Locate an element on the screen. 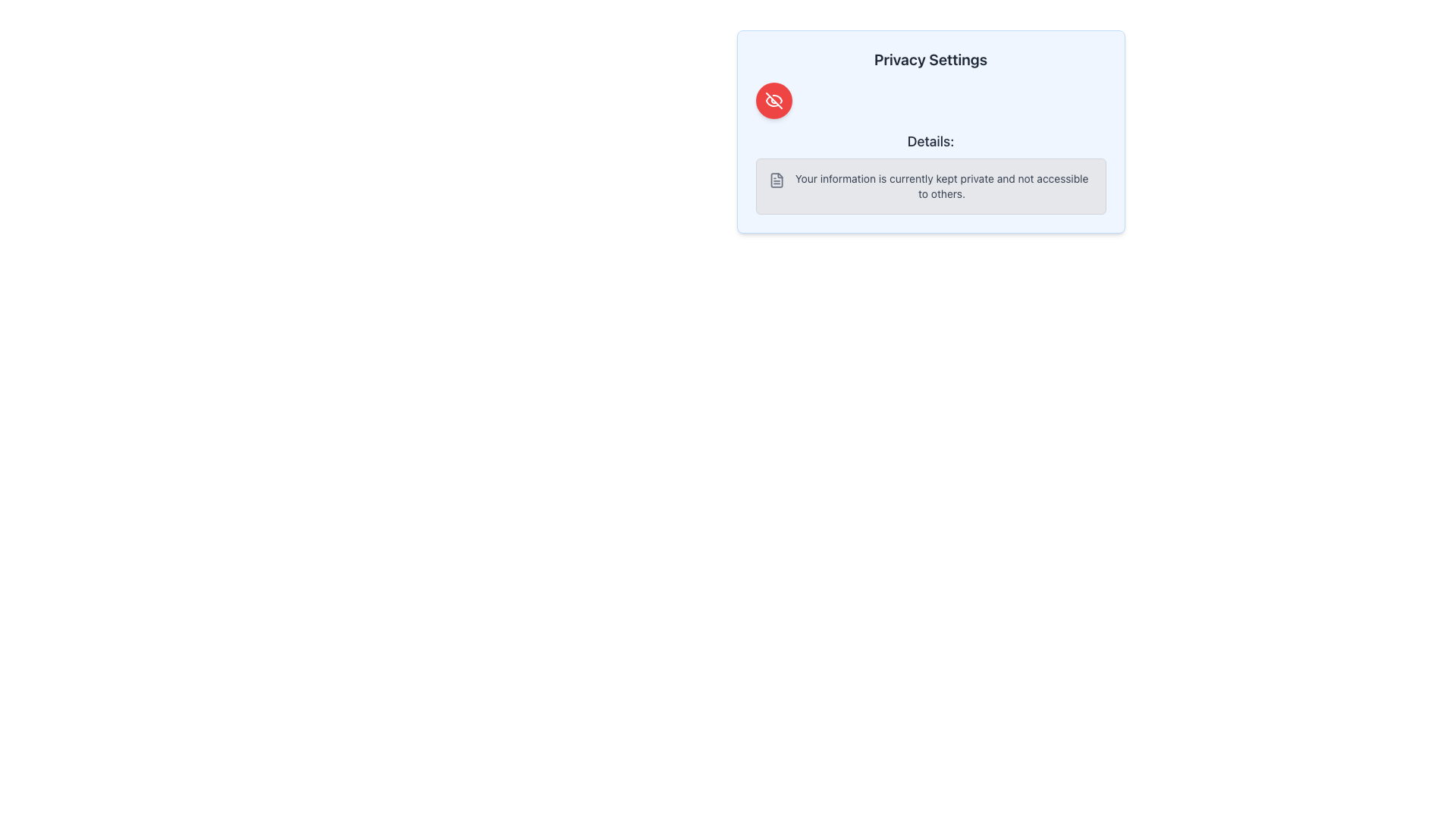  the prominent red eye icon with a diagonal slash is located at coordinates (773, 100).